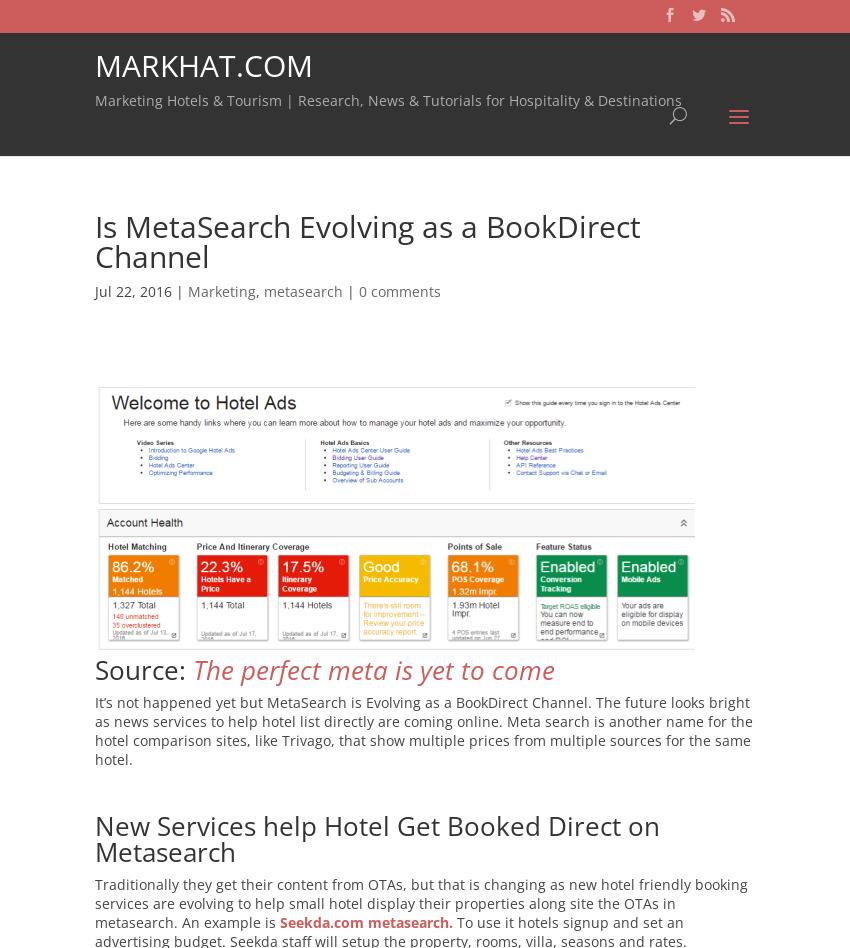  I want to click on 'Jul 22, 2016 |', so click(94, 291).